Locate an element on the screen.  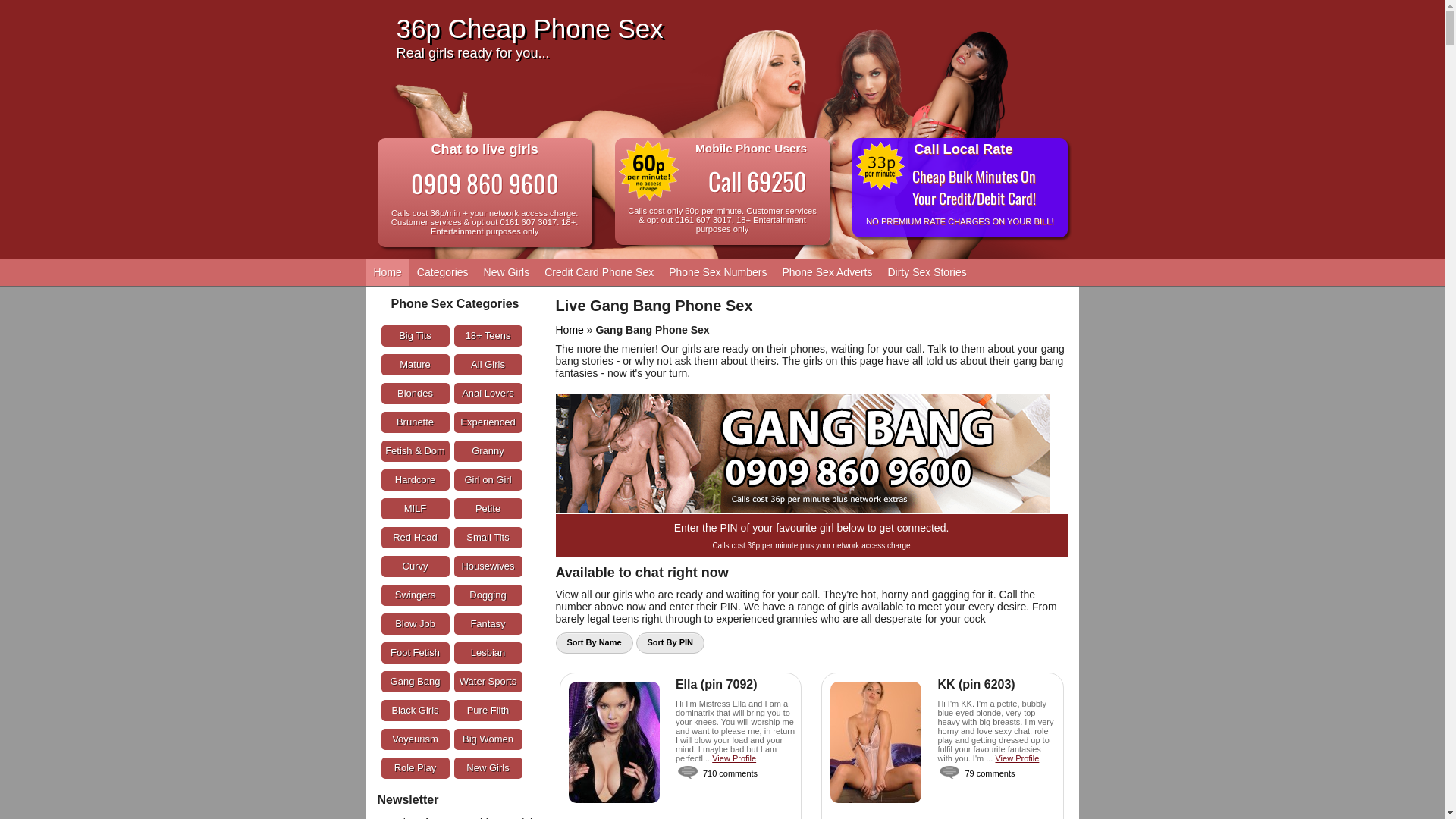
'Gang Bang' is located at coordinates (381, 680).